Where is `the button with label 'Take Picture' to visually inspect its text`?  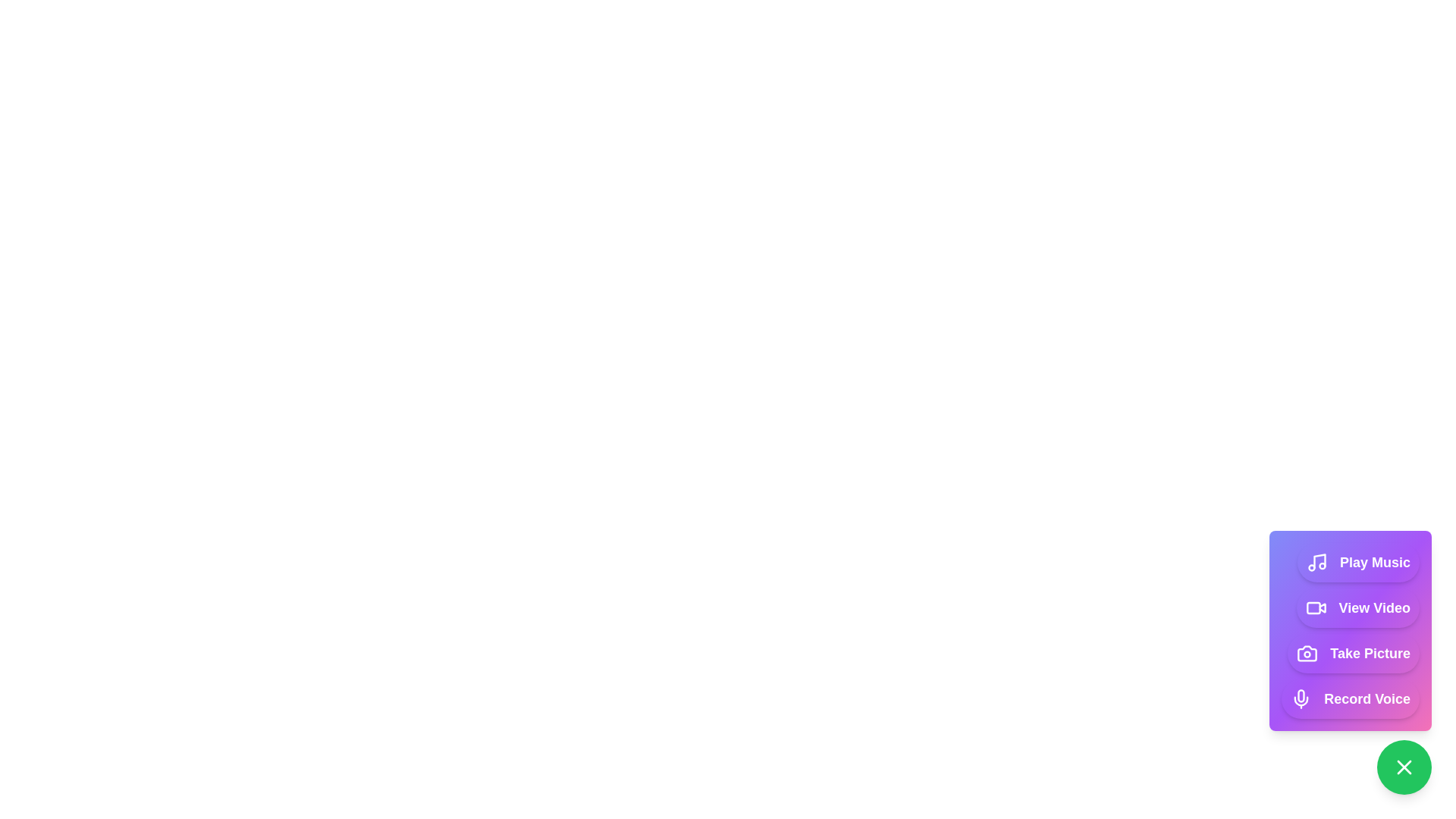
the button with label 'Take Picture' to visually inspect its text is located at coordinates (1354, 652).